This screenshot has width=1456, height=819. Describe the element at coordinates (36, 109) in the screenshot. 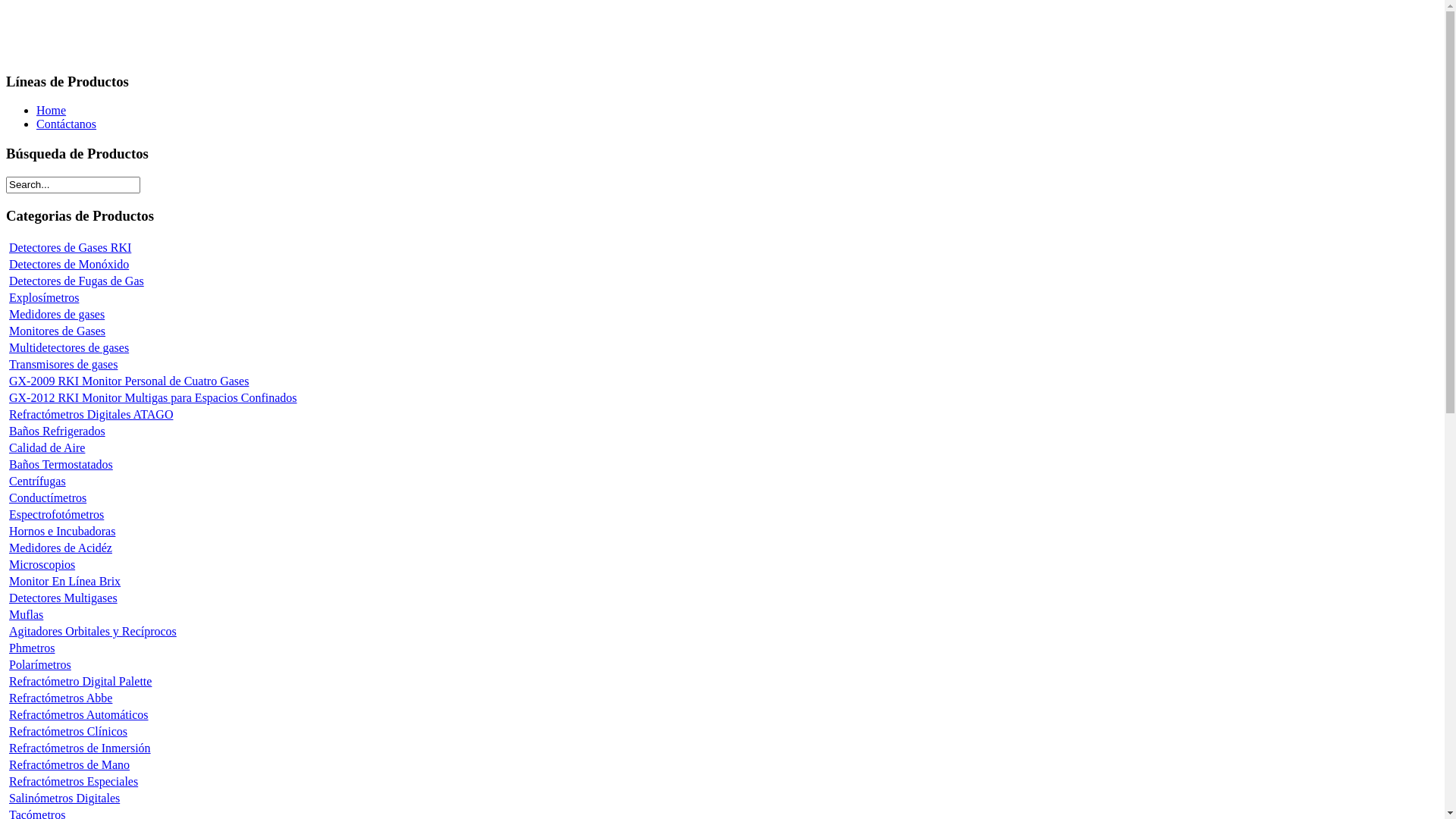

I see `'Home'` at that location.